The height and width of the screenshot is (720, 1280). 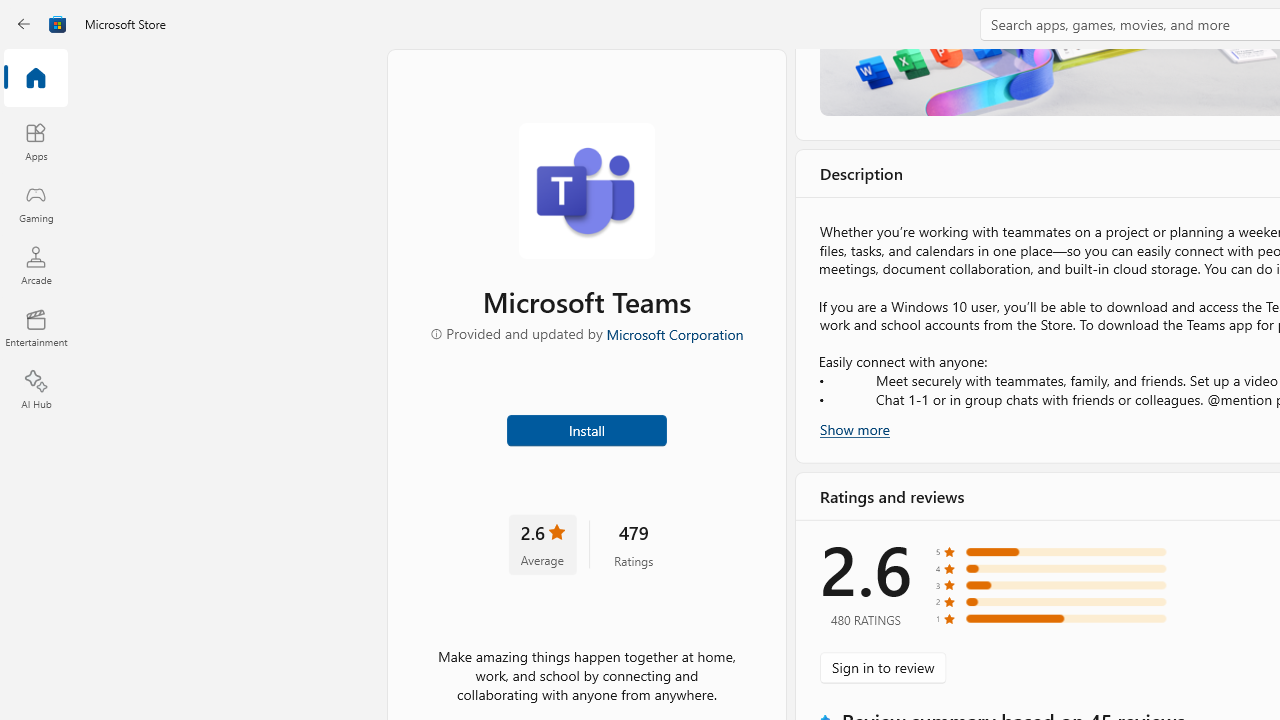 What do you see at coordinates (24, 24) in the screenshot?
I see `'Back'` at bounding box center [24, 24].